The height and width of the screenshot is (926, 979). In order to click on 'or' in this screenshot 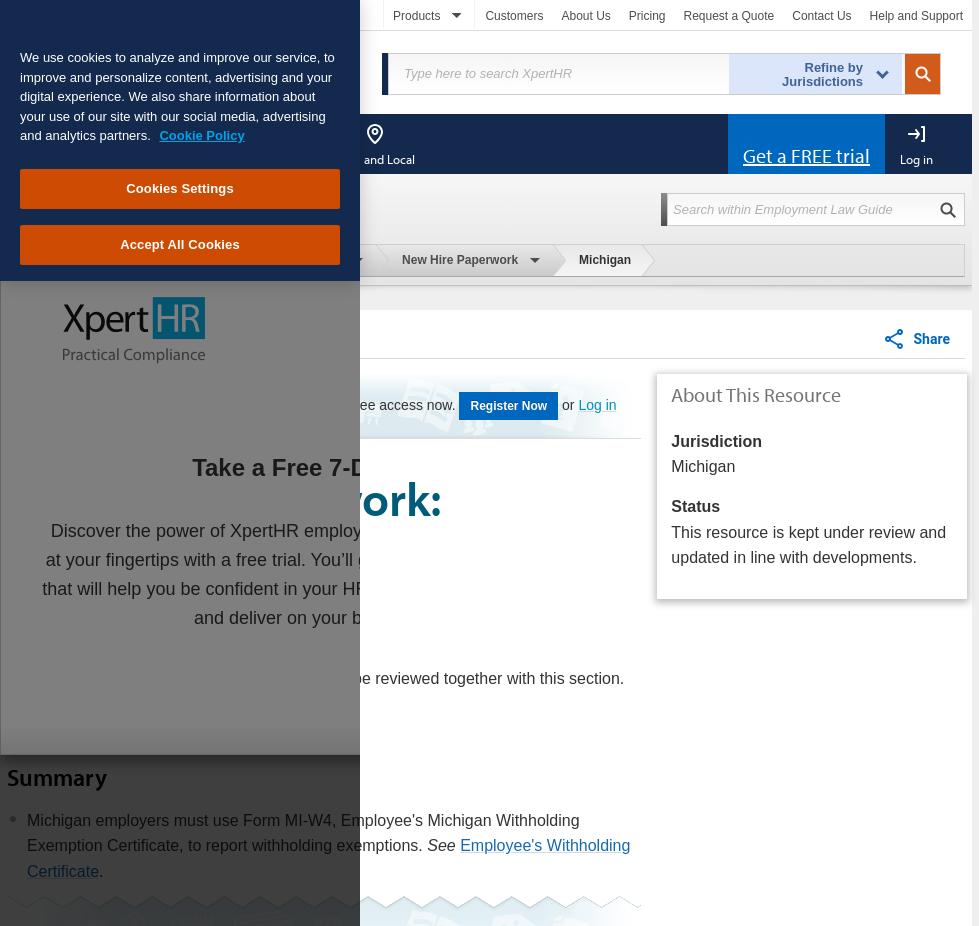, I will do `click(567, 404)`.